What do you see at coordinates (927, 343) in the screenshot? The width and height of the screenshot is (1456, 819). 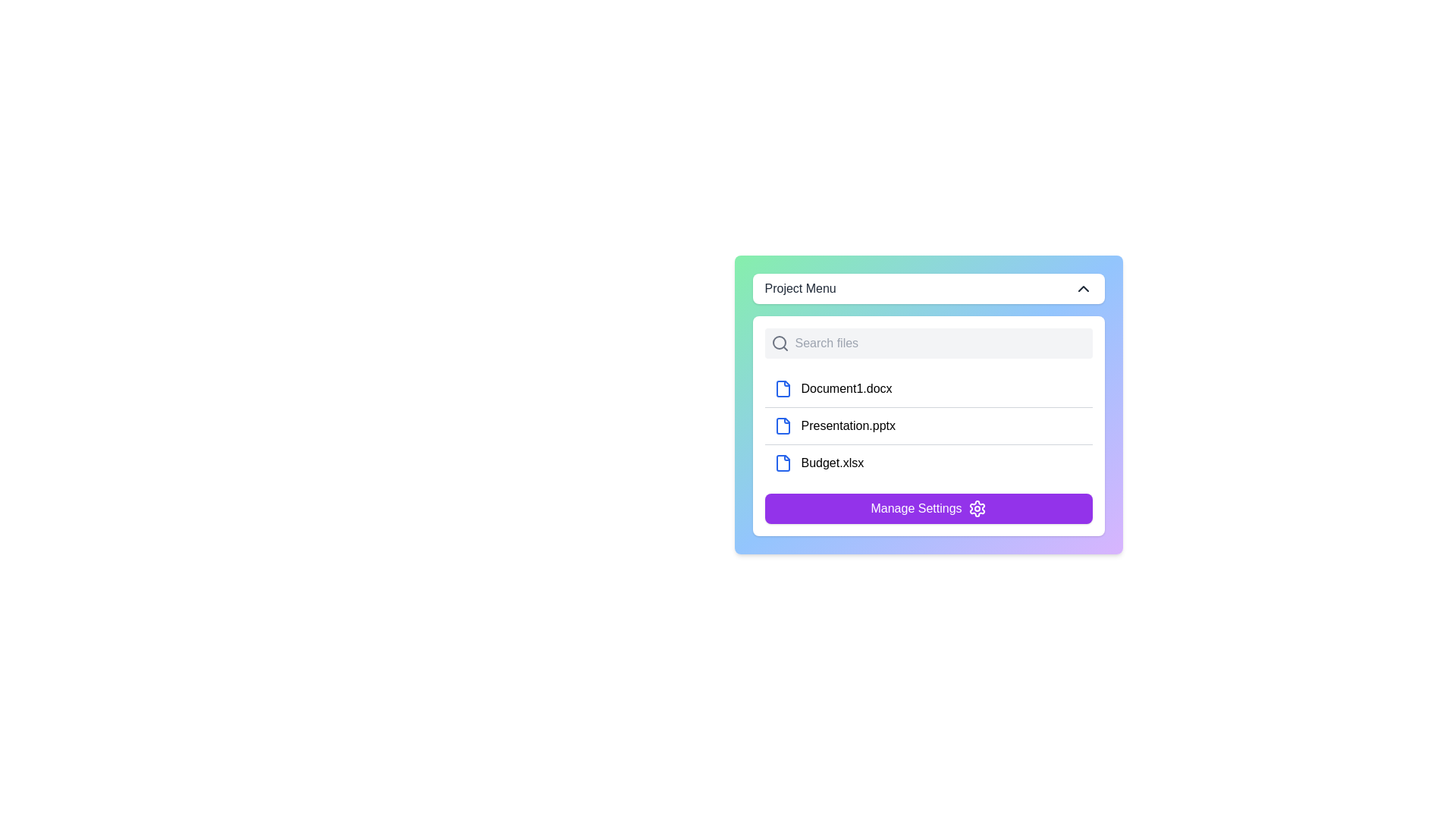 I see `the search input field with the placeholder 'Search files' which has a pale gray background and rounded corners, located at the top of the card-like interface` at bounding box center [927, 343].